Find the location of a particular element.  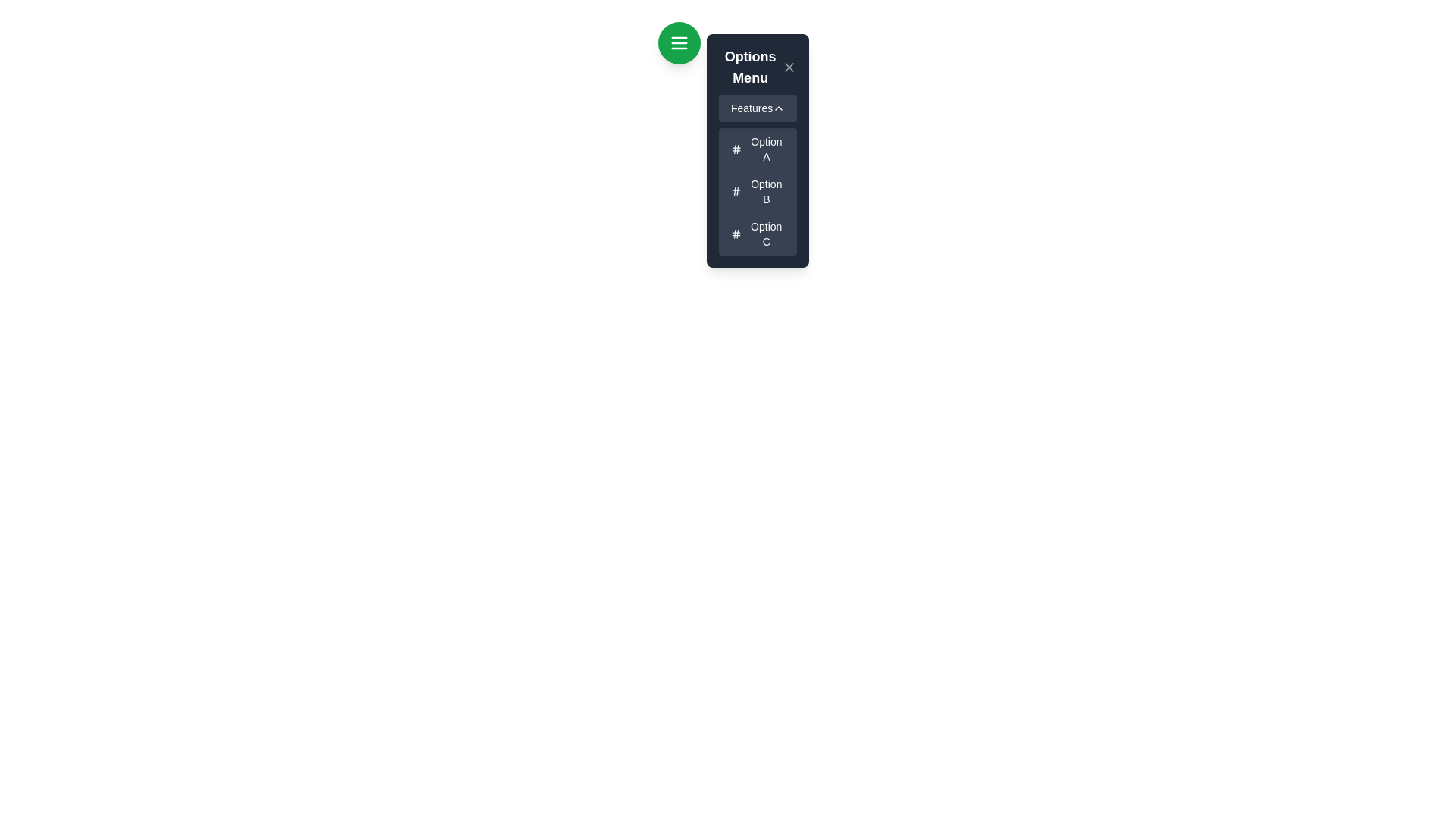

the 'Features' button with a dark gray background is located at coordinates (758, 107).